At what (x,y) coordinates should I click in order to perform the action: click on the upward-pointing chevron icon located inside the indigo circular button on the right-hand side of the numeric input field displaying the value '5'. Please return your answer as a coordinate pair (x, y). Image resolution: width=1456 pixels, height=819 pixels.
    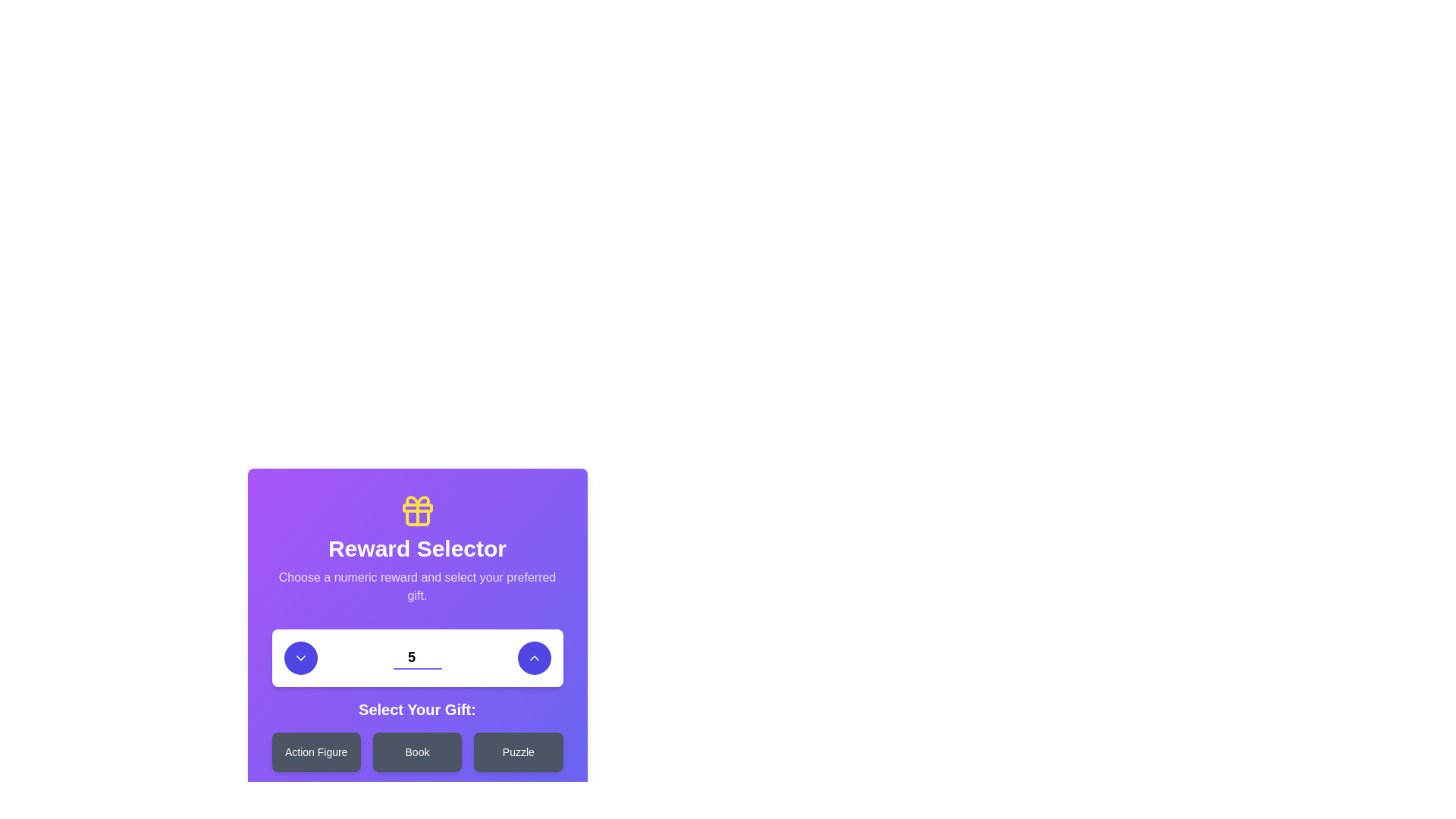
    Looking at the image, I should click on (534, 657).